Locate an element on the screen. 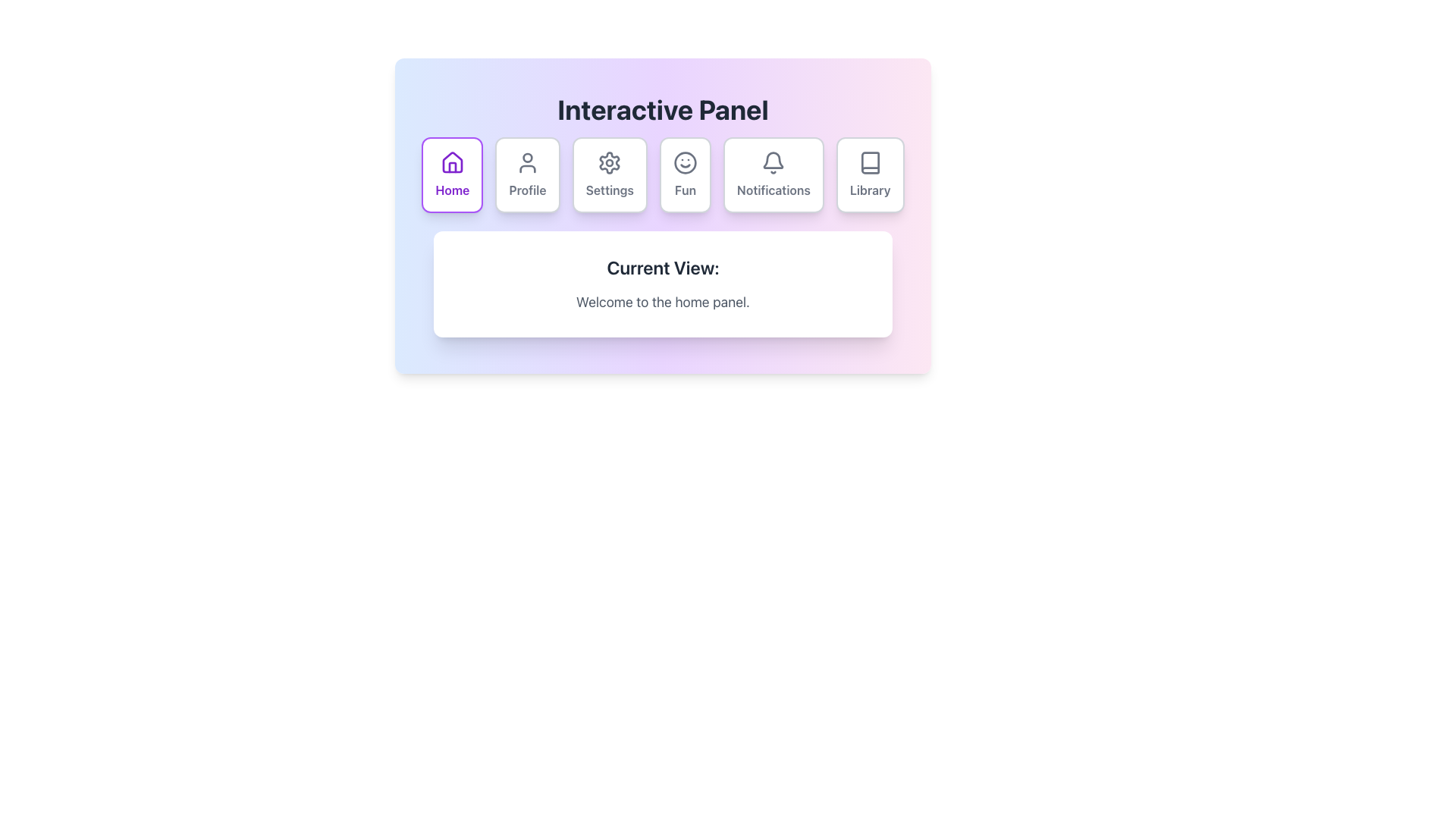 The image size is (1456, 819). the book icon located in the Library card at the bottom right corner of the interactive panel is located at coordinates (870, 163).